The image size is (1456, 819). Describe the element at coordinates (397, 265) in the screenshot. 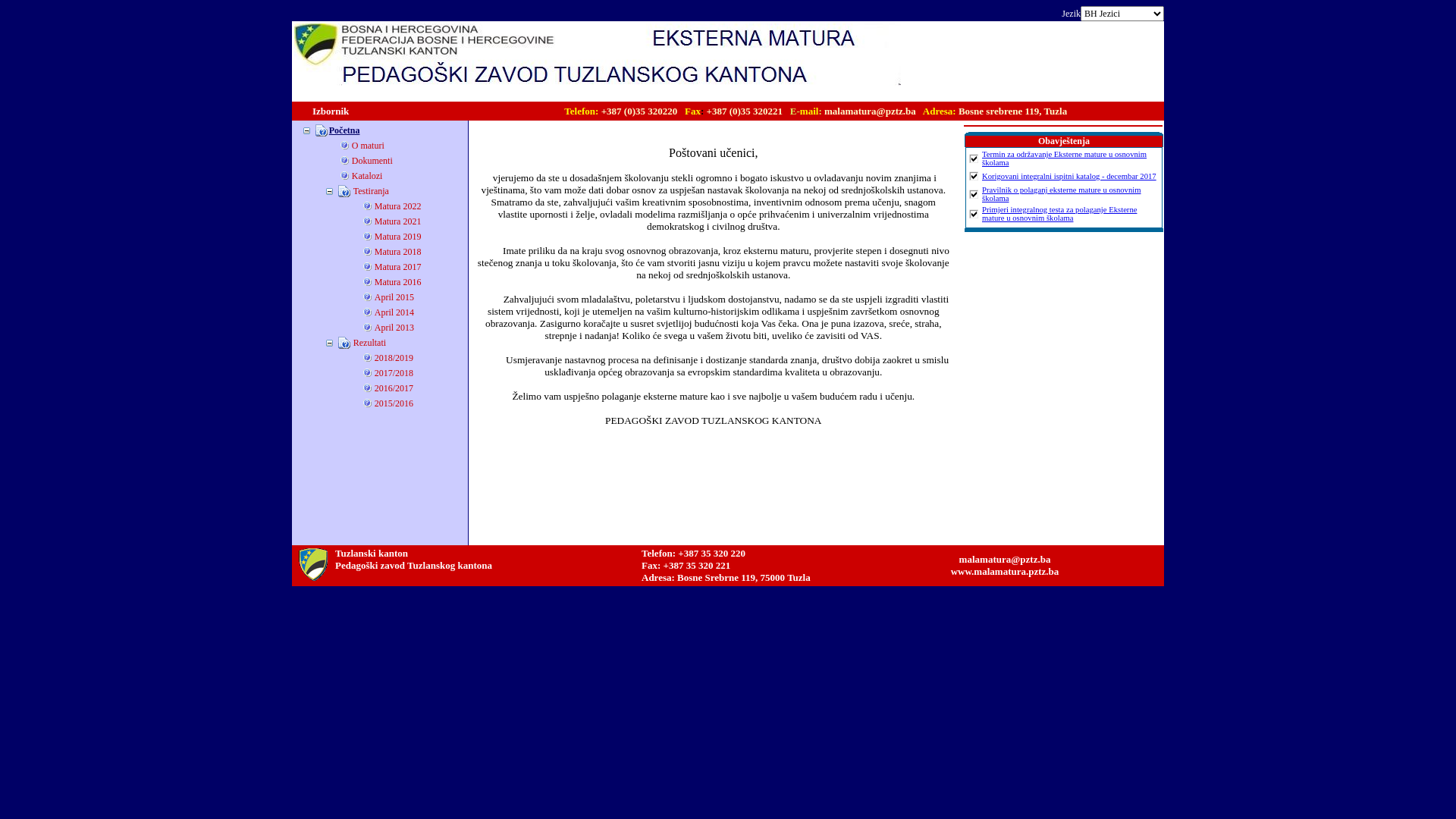

I see `'Matura 2017'` at that location.